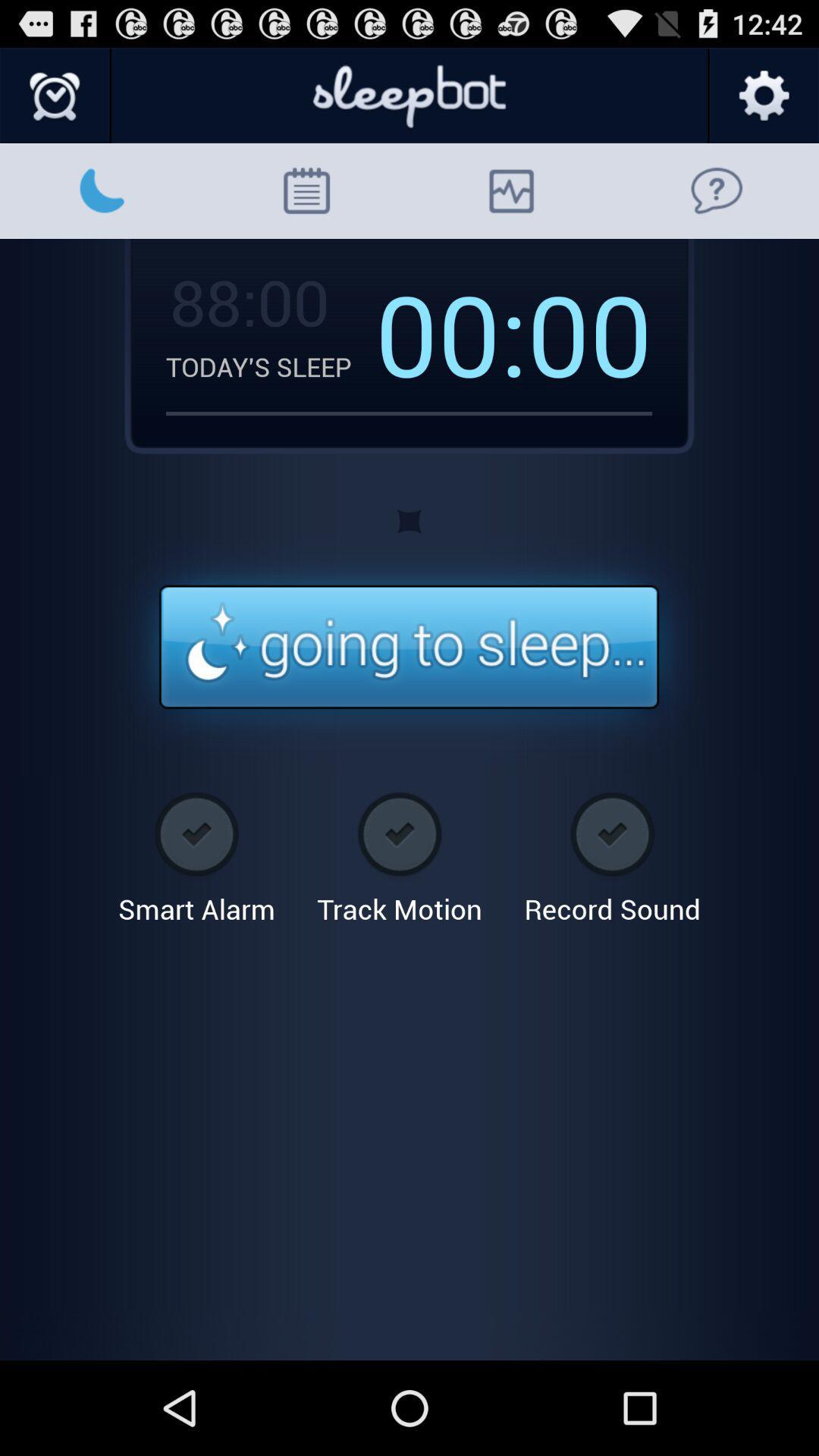 Image resolution: width=819 pixels, height=1456 pixels. What do you see at coordinates (450, 332) in the screenshot?
I see `app to the right of today's sleep app` at bounding box center [450, 332].